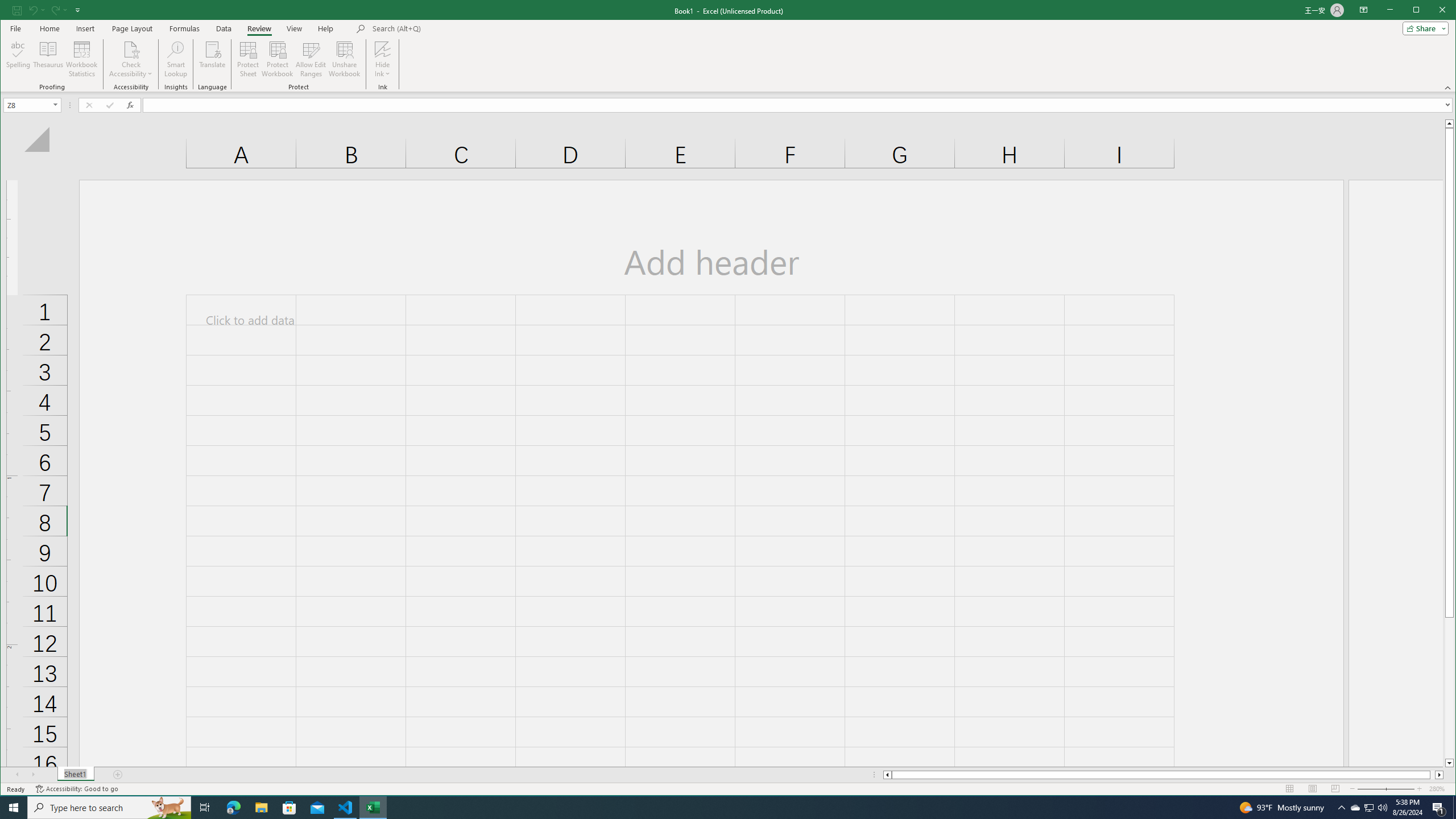 This screenshot has width=1456, height=819. I want to click on 'Microsoft Edge', so click(233, 806).